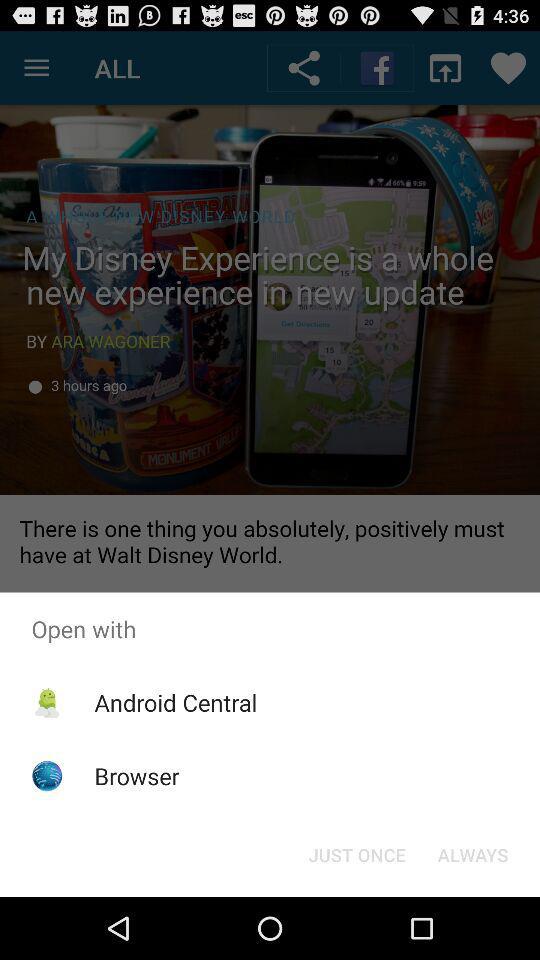 Image resolution: width=540 pixels, height=960 pixels. What do you see at coordinates (356, 853) in the screenshot?
I see `icon next to always` at bounding box center [356, 853].